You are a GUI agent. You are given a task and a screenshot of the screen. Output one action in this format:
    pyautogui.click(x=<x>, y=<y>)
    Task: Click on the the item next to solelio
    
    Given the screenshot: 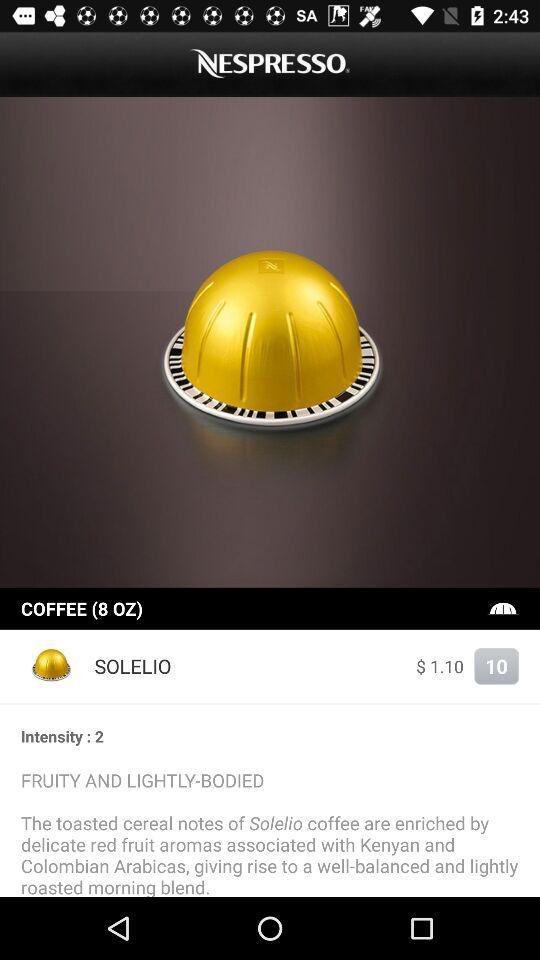 What is the action you would take?
    pyautogui.click(x=440, y=666)
    